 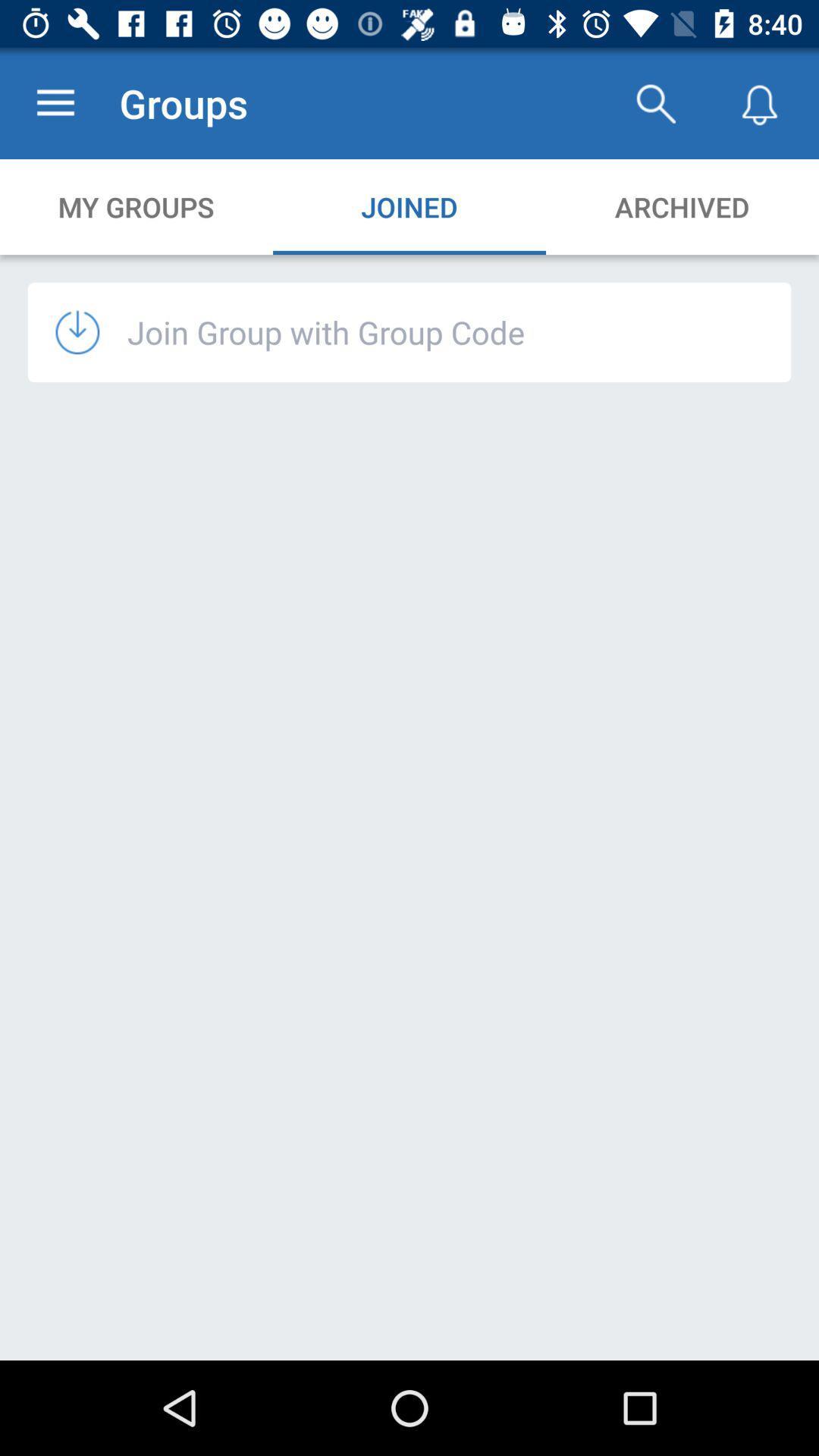 I want to click on the join group with, so click(x=325, y=331).